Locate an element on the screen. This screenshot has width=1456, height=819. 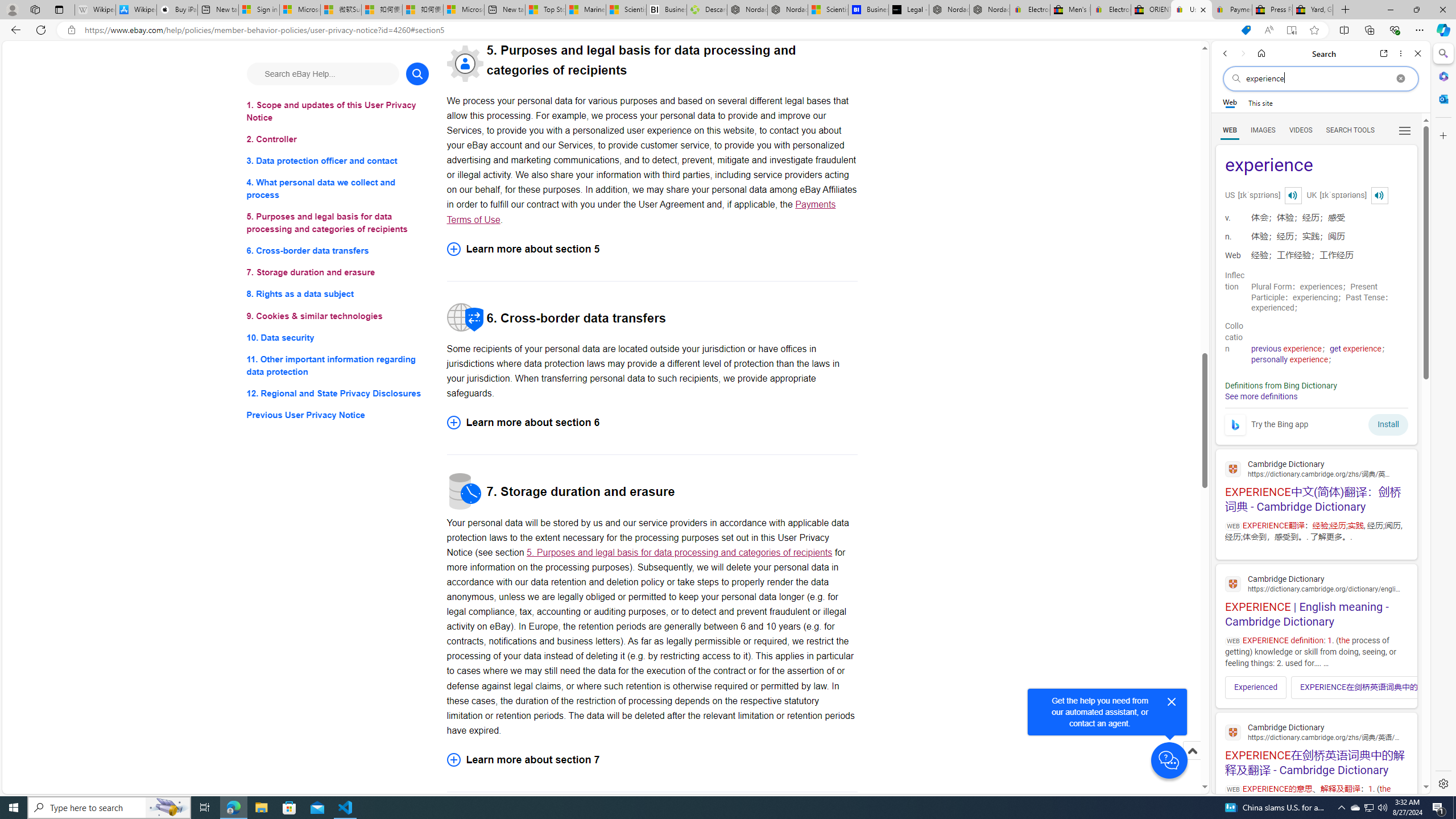
'get experience' is located at coordinates (1355, 348).